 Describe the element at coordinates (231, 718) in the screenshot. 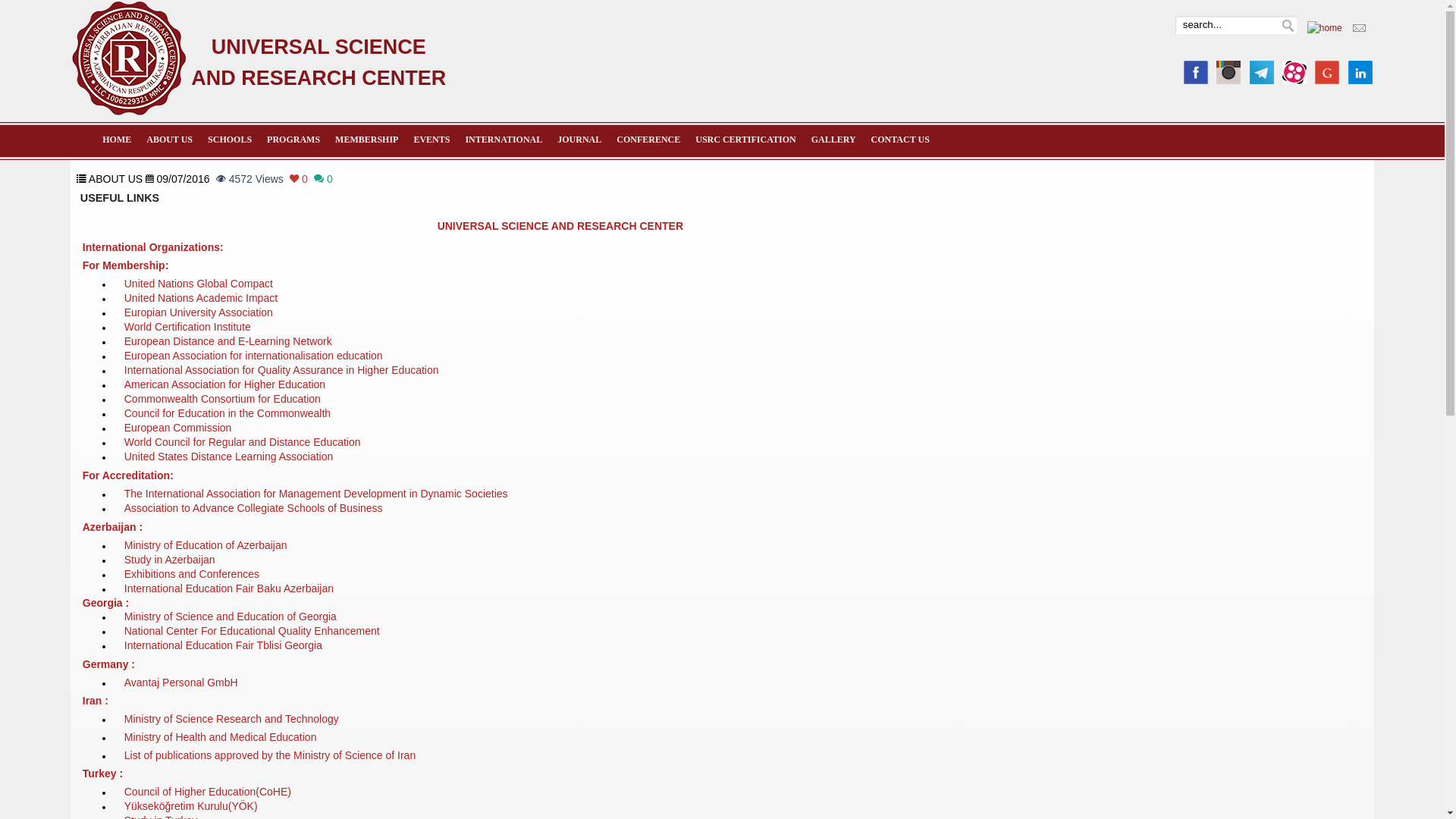

I see `'Ministry of Science Research and Technology'` at that location.